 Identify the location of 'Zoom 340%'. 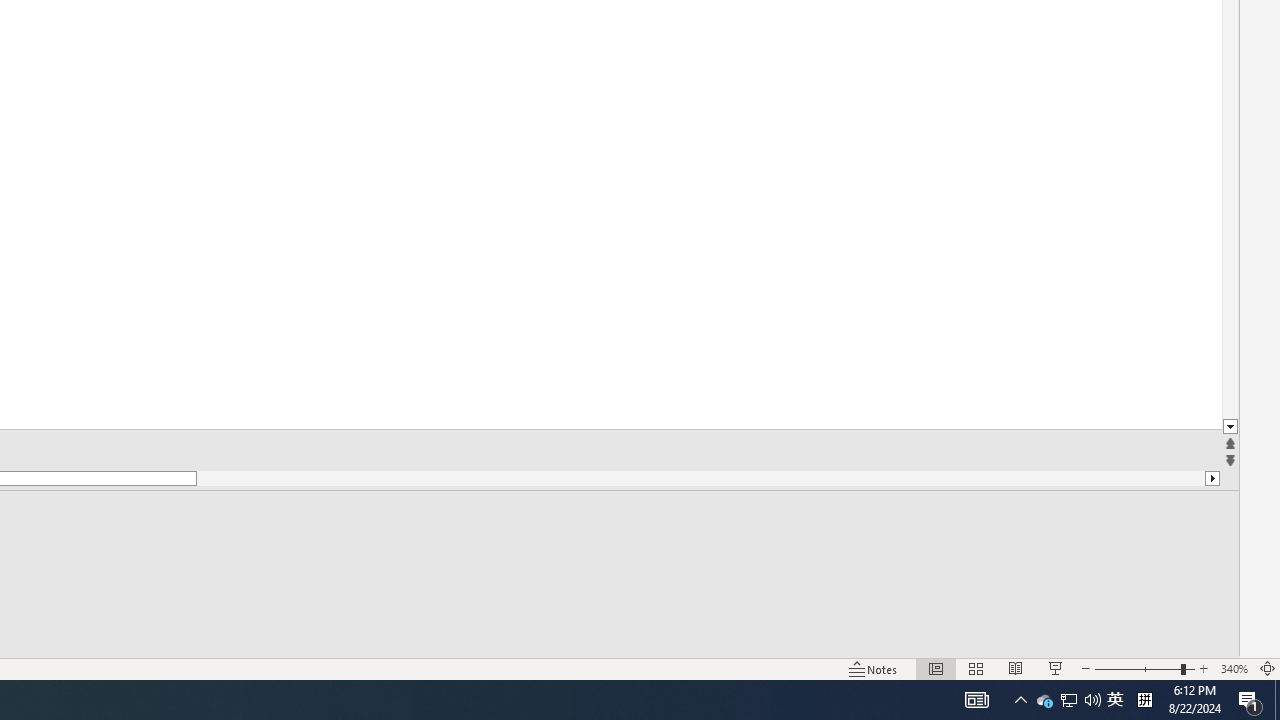
(1233, 669).